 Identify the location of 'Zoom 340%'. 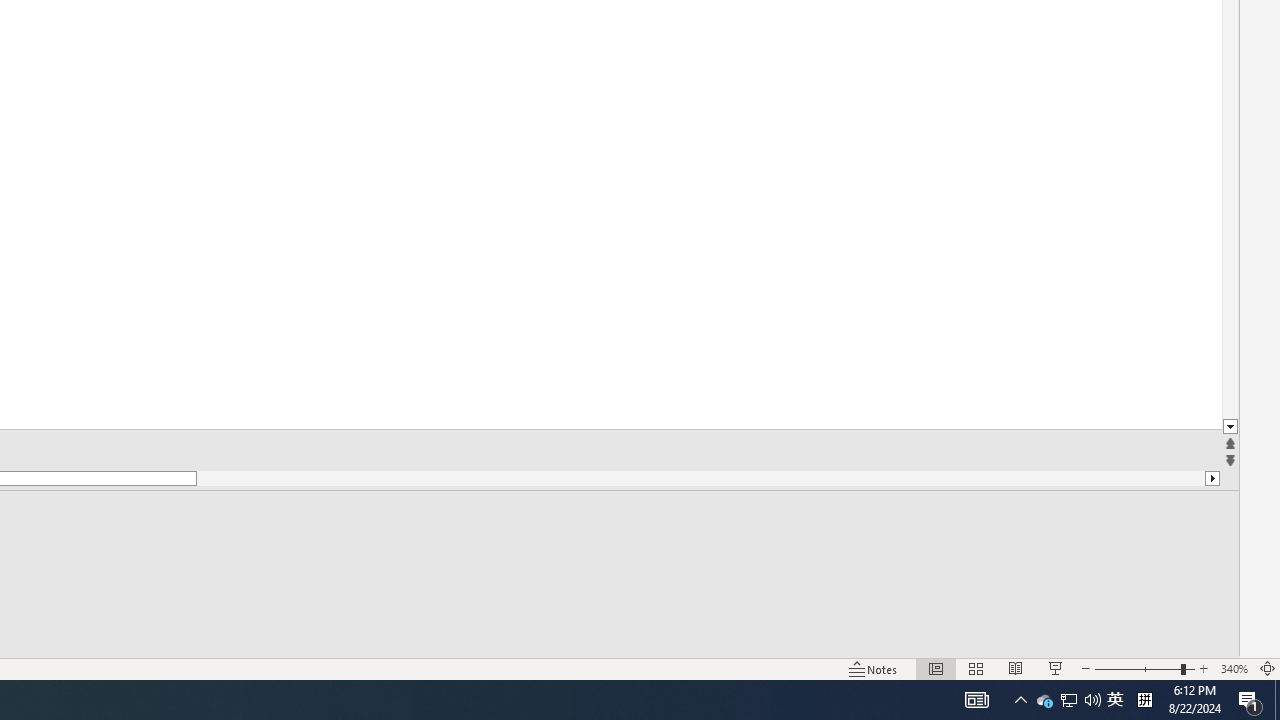
(1233, 669).